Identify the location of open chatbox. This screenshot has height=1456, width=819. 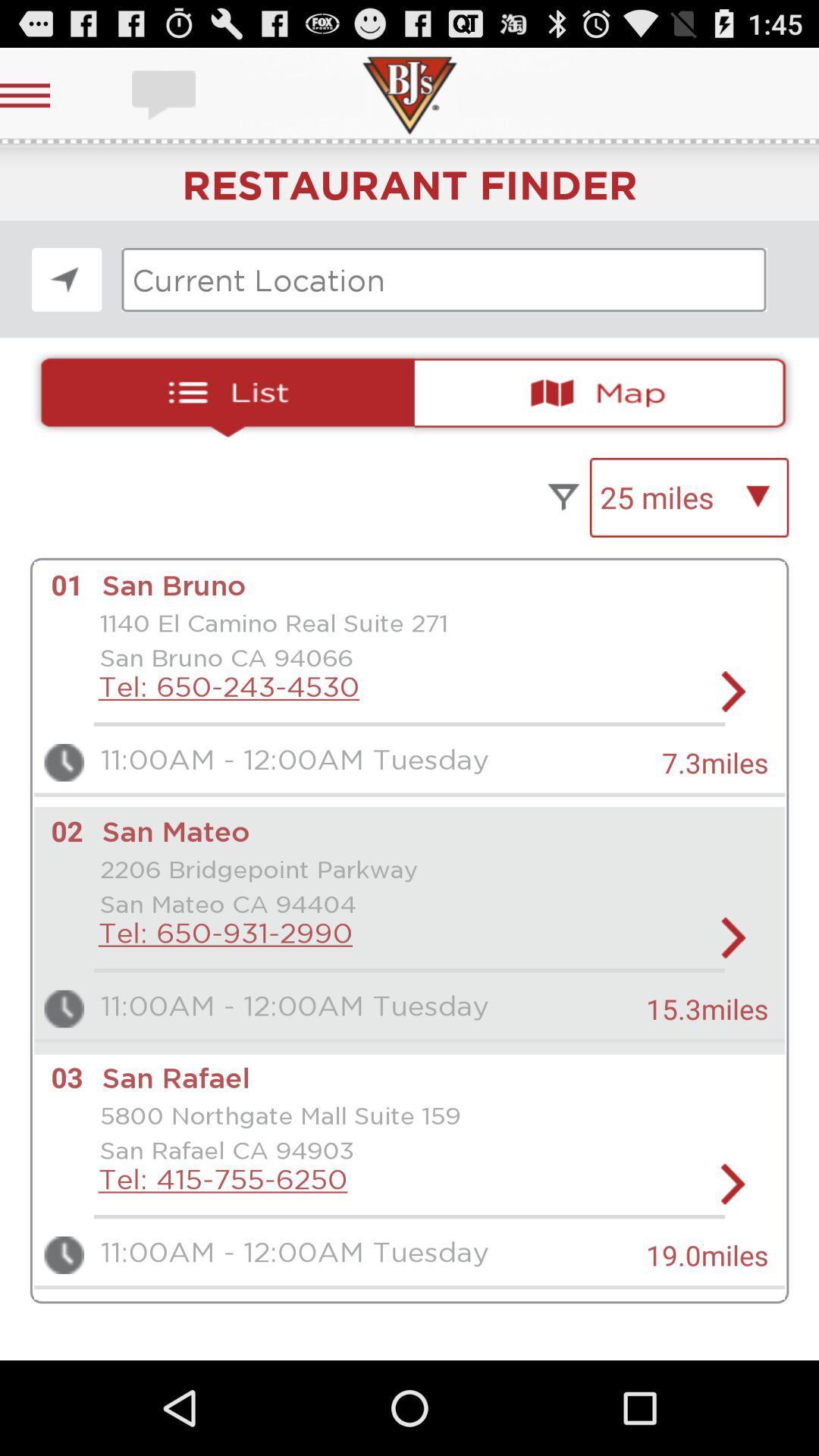
(165, 94).